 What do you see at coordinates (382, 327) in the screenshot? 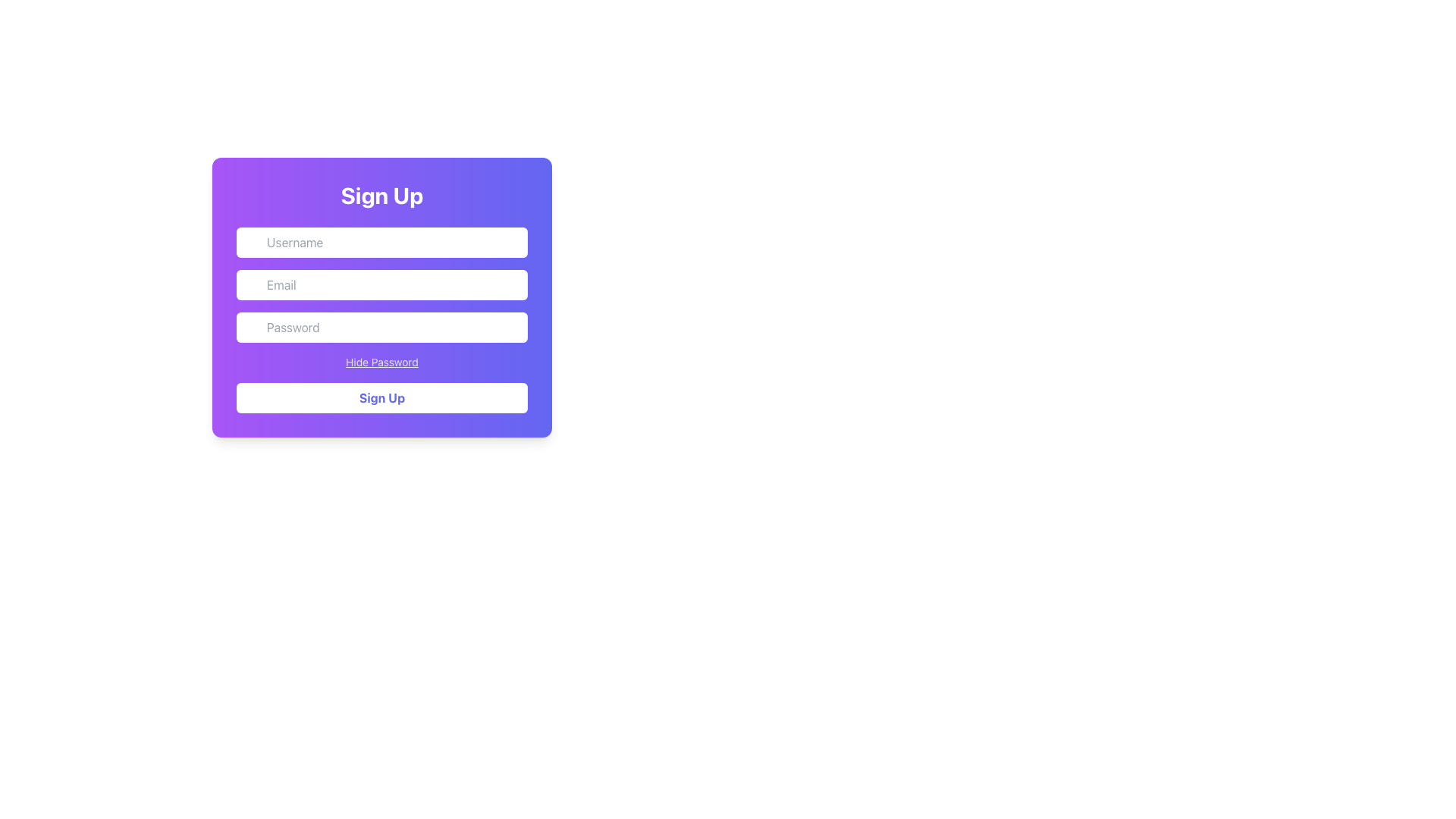
I see `the Password text input field by using the tab key` at bounding box center [382, 327].